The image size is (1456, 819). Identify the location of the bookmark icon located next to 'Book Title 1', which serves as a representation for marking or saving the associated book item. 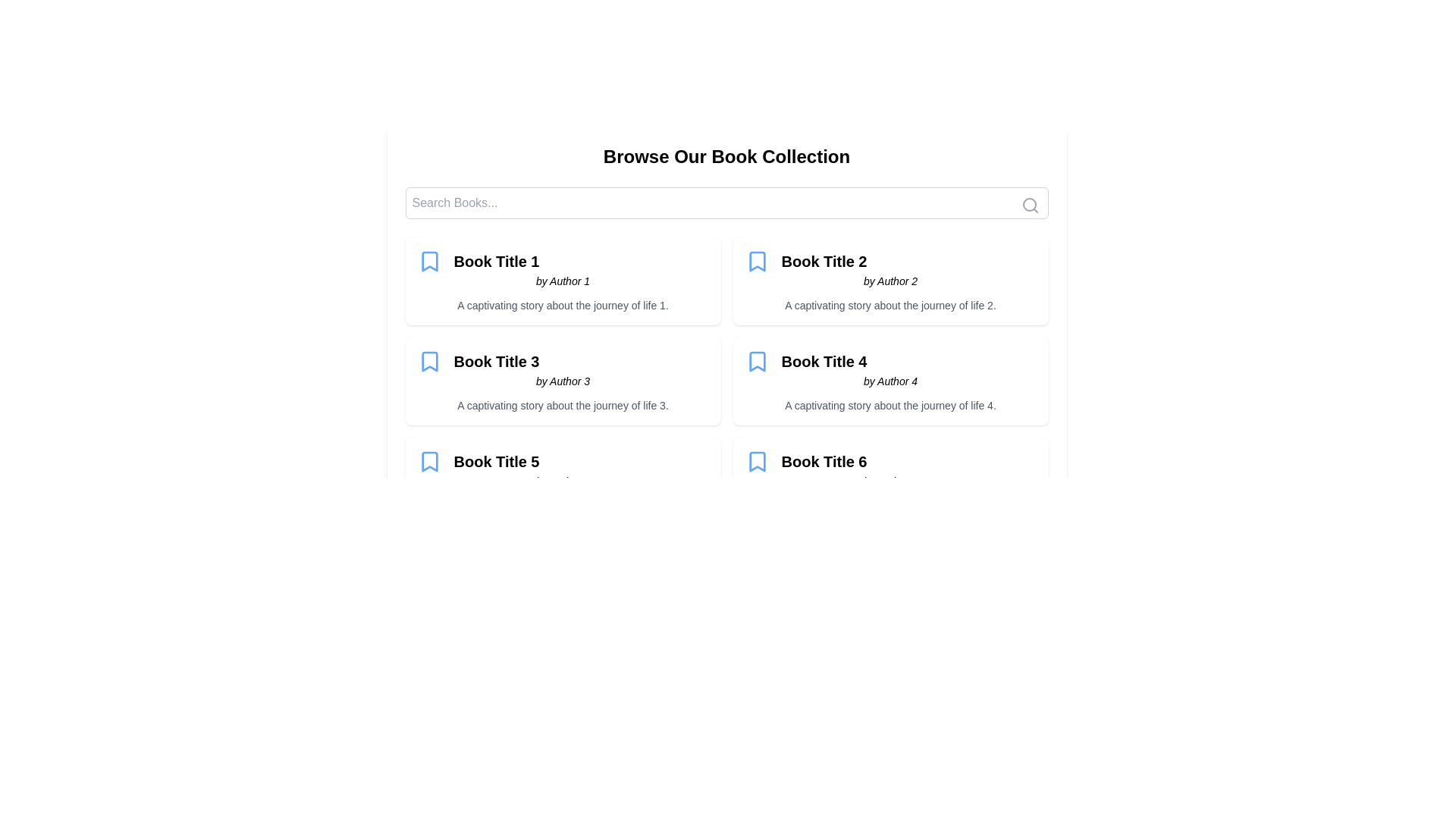
(428, 260).